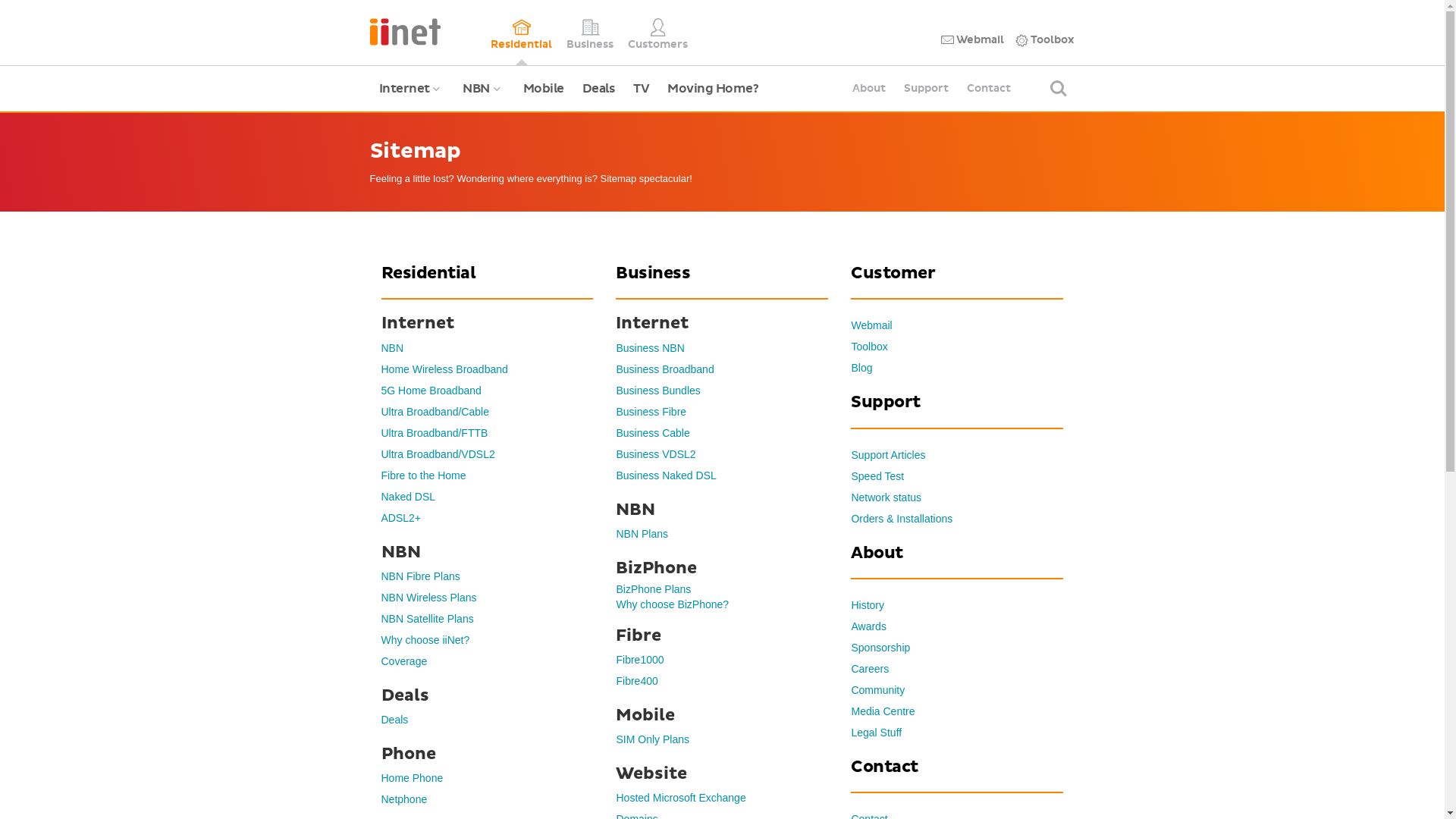 This screenshot has height=819, width=1456. I want to click on 'Media Centre', so click(882, 711).